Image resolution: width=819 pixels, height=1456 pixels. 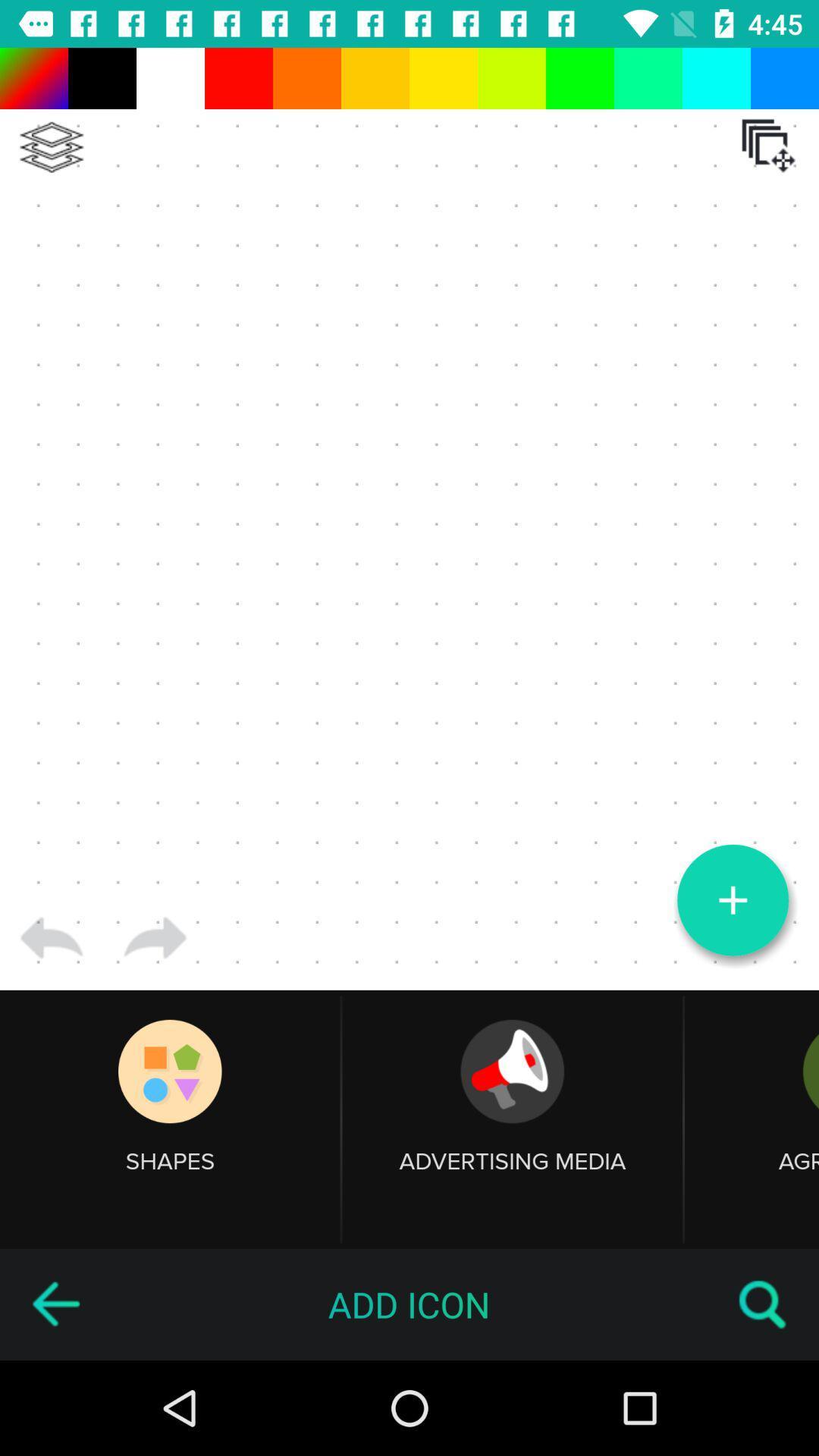 What do you see at coordinates (55, 1304) in the screenshot?
I see `shows reverse aeromark` at bounding box center [55, 1304].